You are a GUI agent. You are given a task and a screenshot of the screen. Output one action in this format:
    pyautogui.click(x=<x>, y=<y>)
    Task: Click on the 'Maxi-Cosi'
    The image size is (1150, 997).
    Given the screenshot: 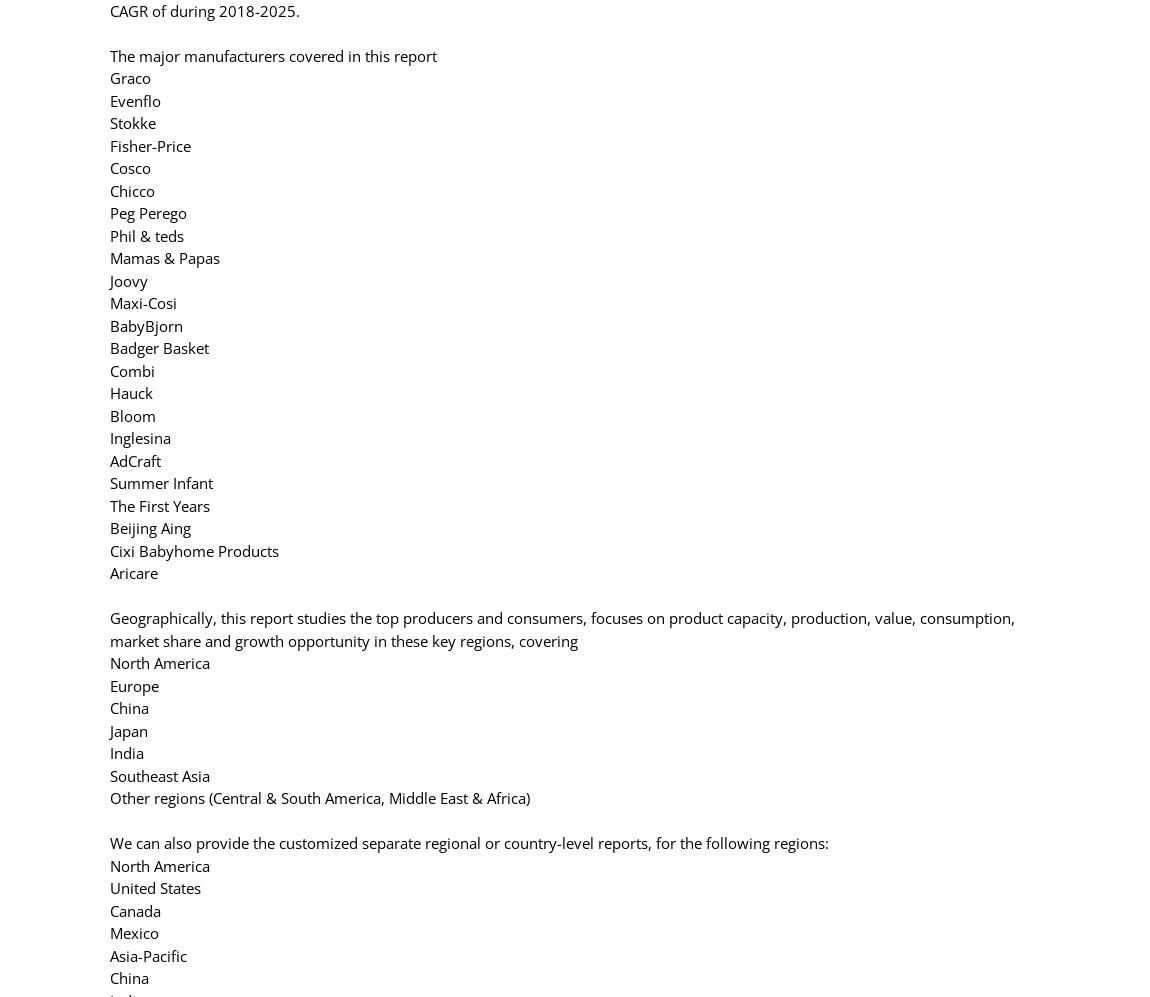 What is the action you would take?
    pyautogui.click(x=142, y=302)
    